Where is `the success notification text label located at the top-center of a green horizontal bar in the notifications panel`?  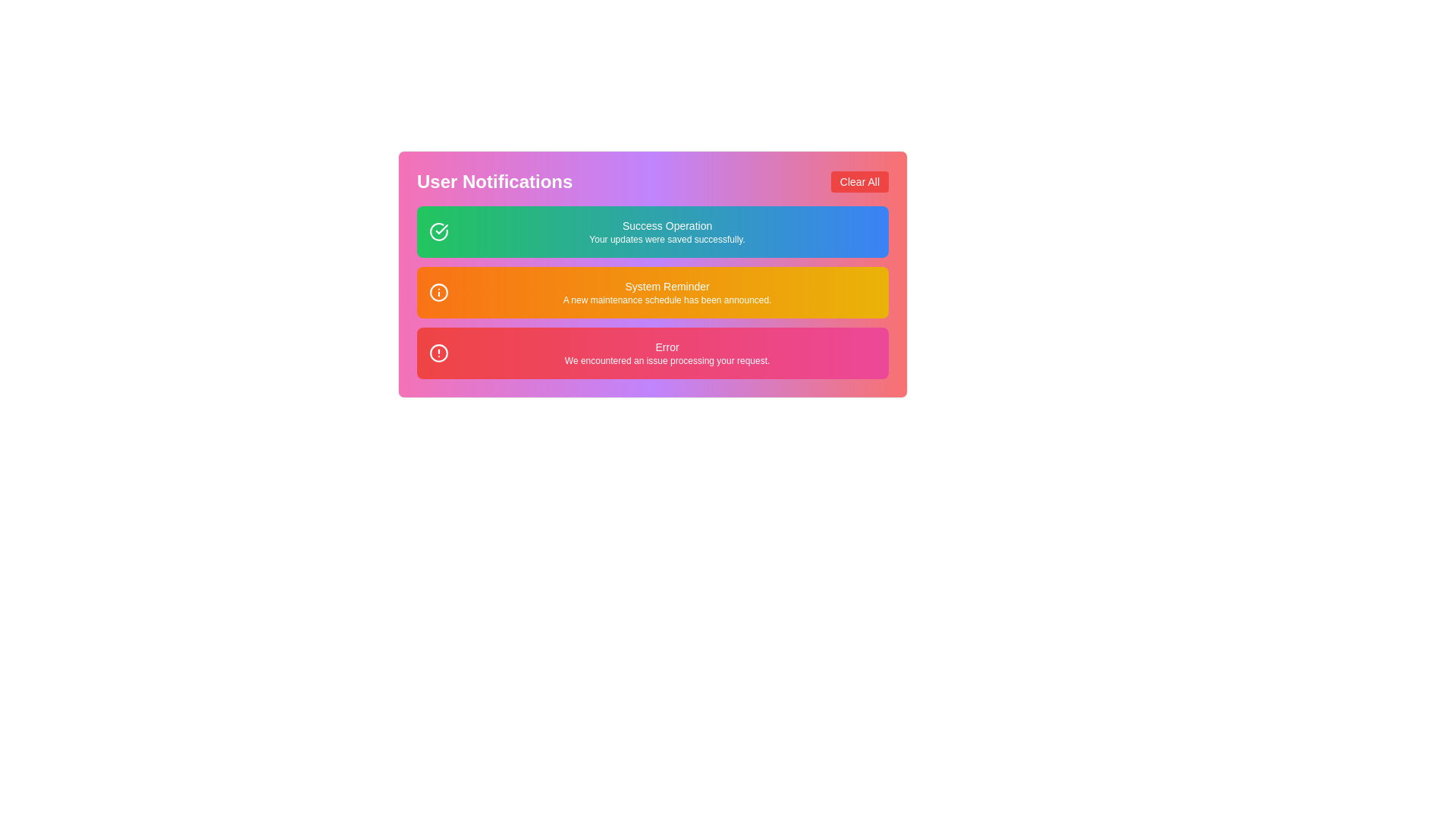
the success notification text label located at the top-center of a green horizontal bar in the notifications panel is located at coordinates (667, 225).